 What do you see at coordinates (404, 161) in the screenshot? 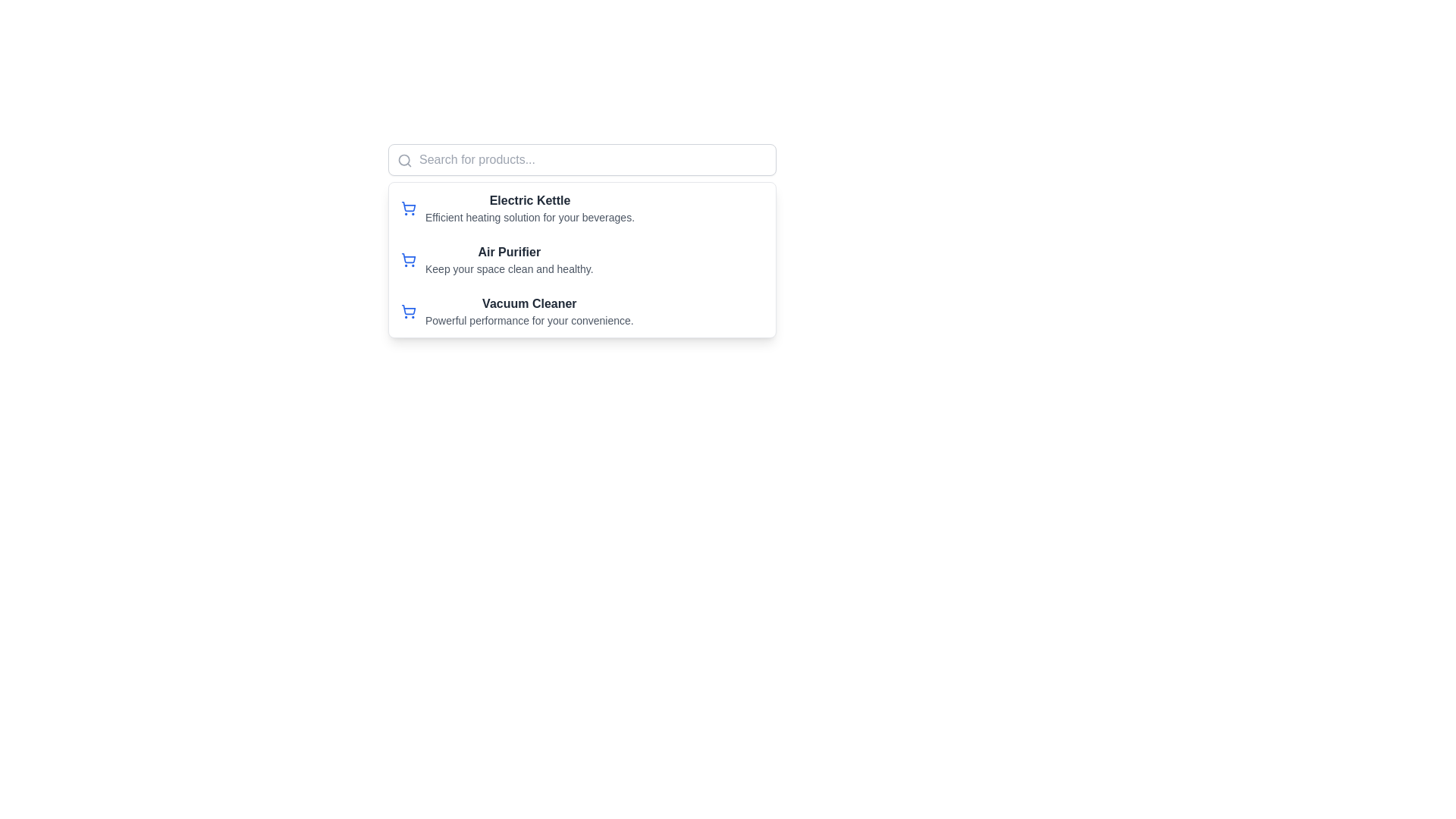
I see `the search icon located at the top-left area of the search bar, which visually represents the search functionality` at bounding box center [404, 161].